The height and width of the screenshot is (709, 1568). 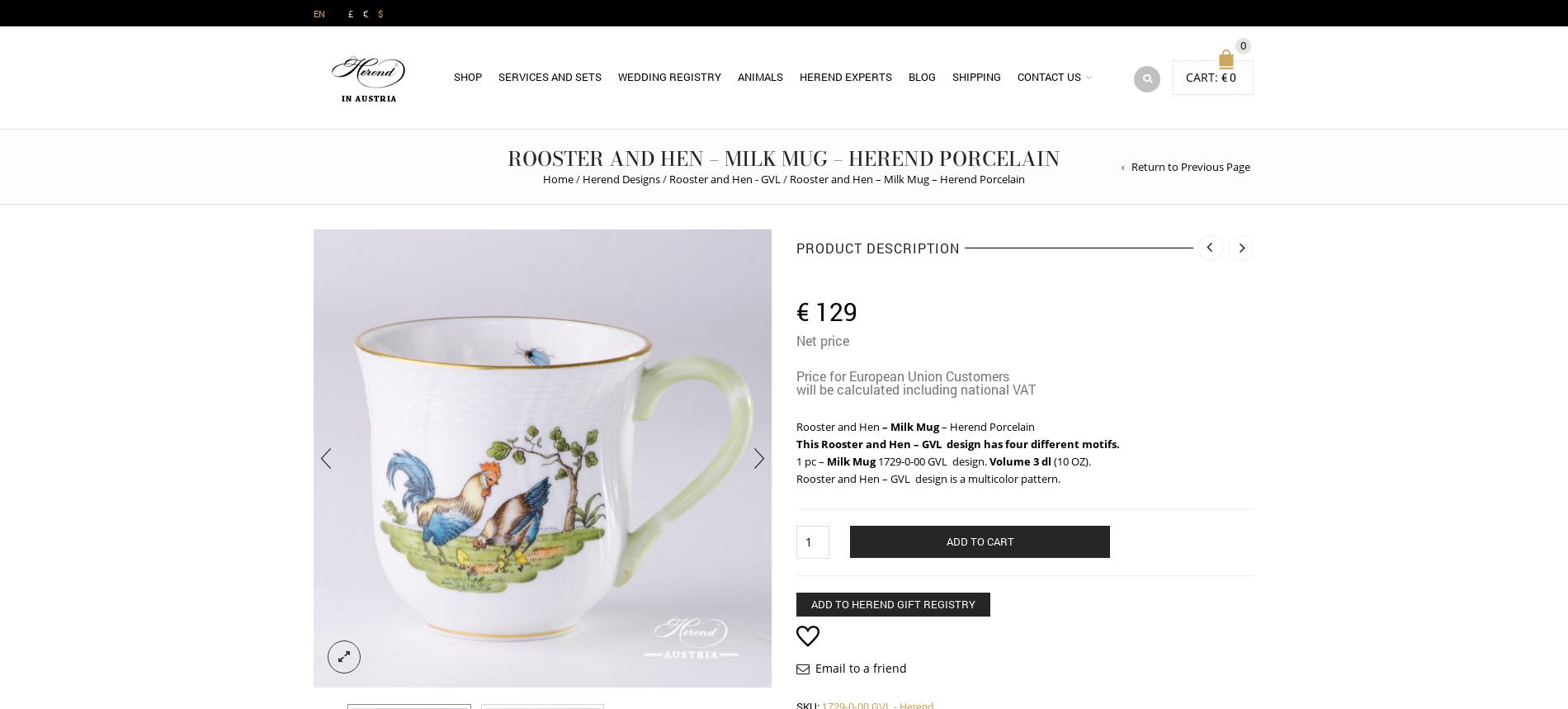 I want to click on 'Volume 3 dl', so click(x=989, y=461).